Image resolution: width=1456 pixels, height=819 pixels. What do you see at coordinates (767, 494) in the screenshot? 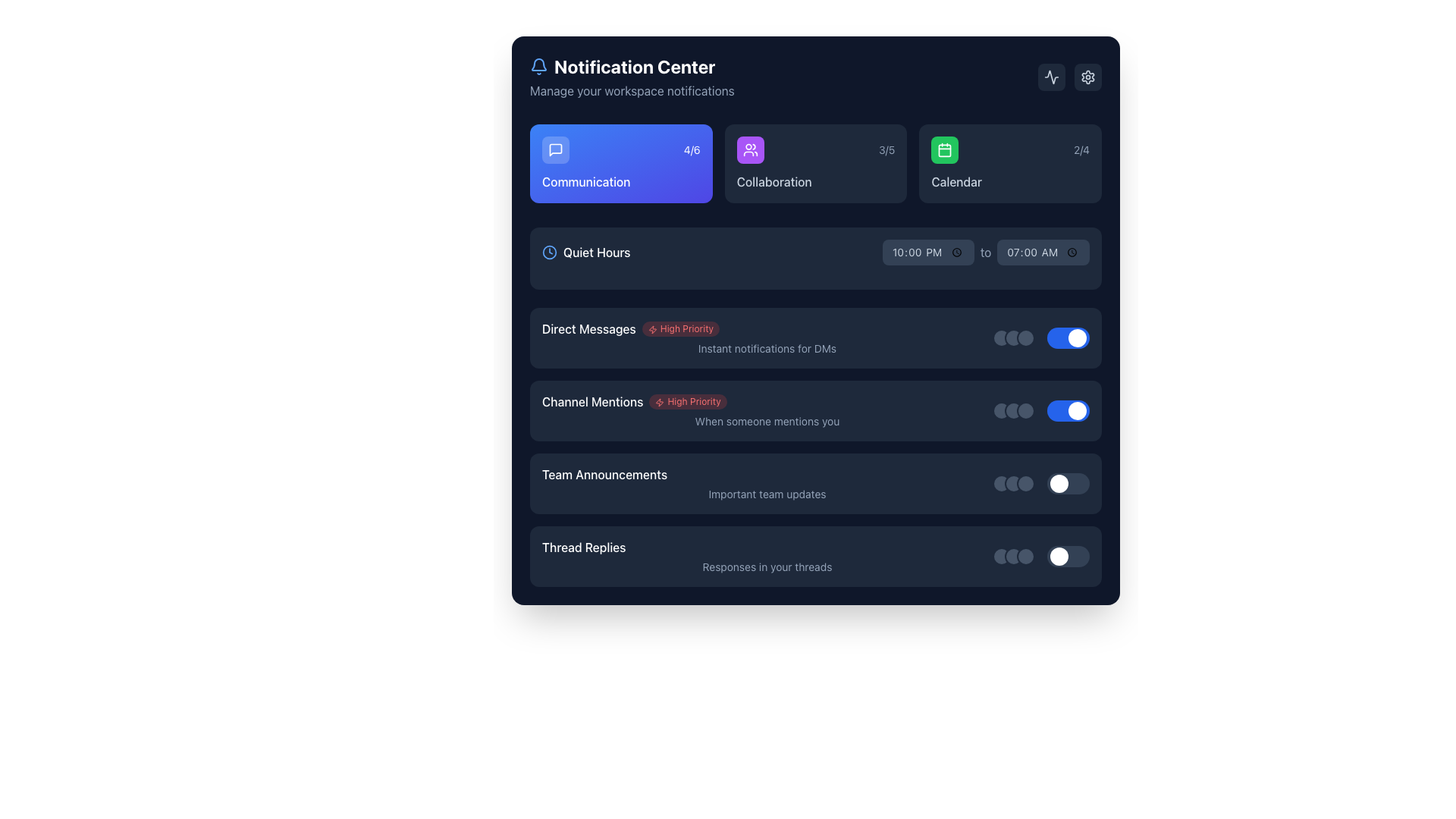
I see `the descriptive label located below the 'Team Announcements' heading` at bounding box center [767, 494].